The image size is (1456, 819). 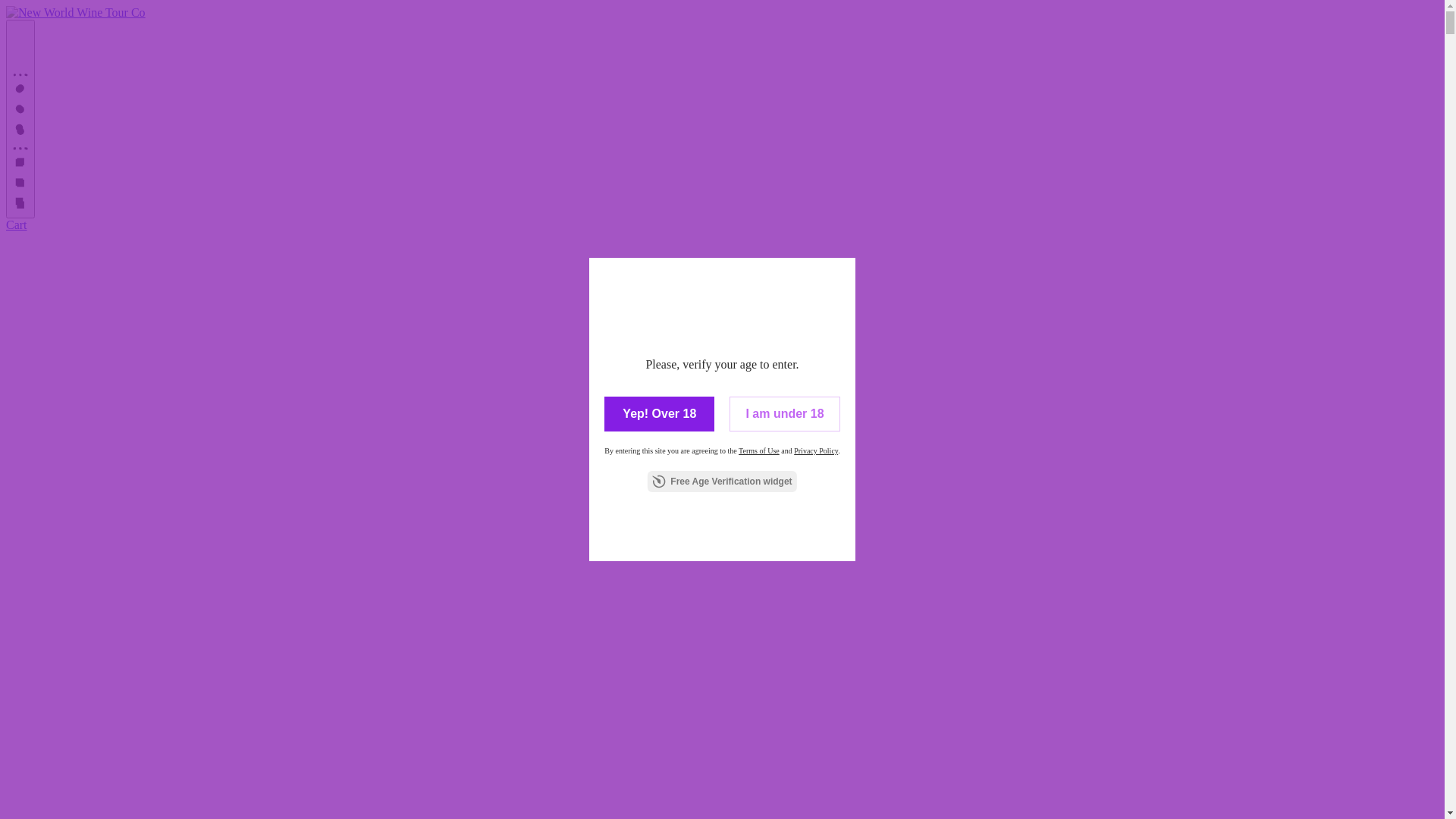 What do you see at coordinates (814, 450) in the screenshot?
I see `'Privacy Policy'` at bounding box center [814, 450].